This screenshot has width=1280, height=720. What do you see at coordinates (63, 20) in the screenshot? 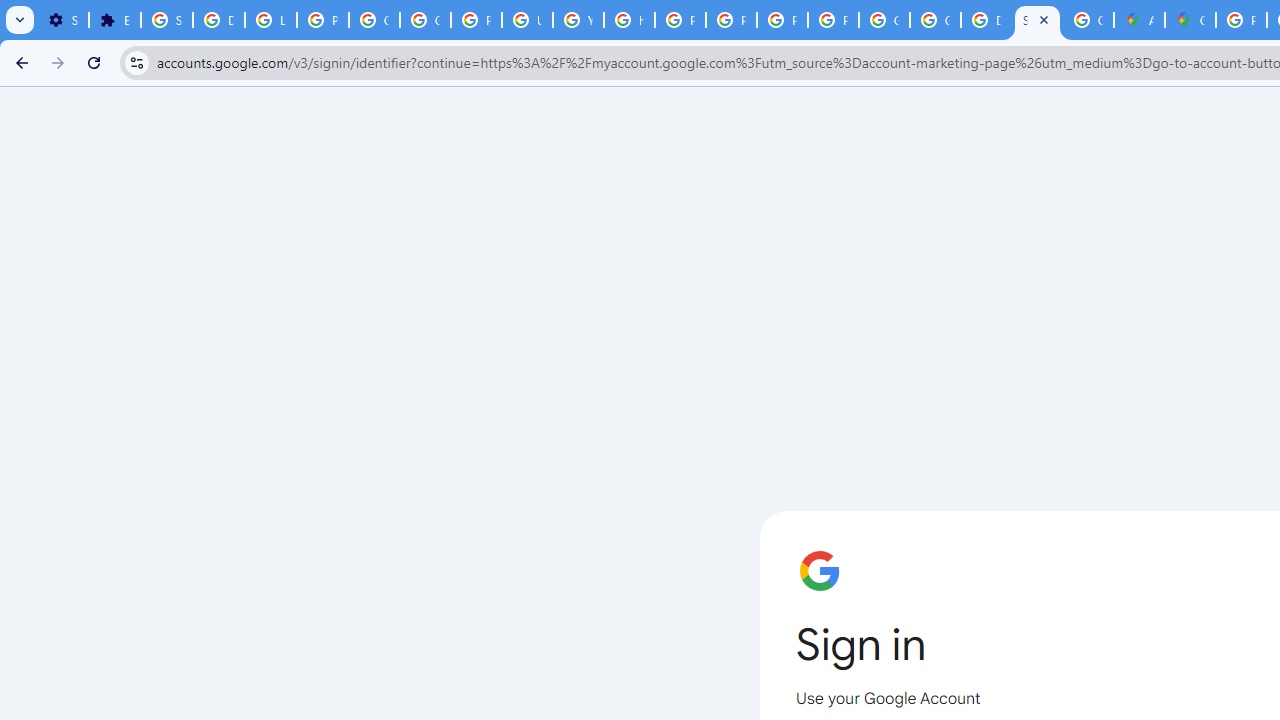
I see `'Settings - On startup'` at bounding box center [63, 20].